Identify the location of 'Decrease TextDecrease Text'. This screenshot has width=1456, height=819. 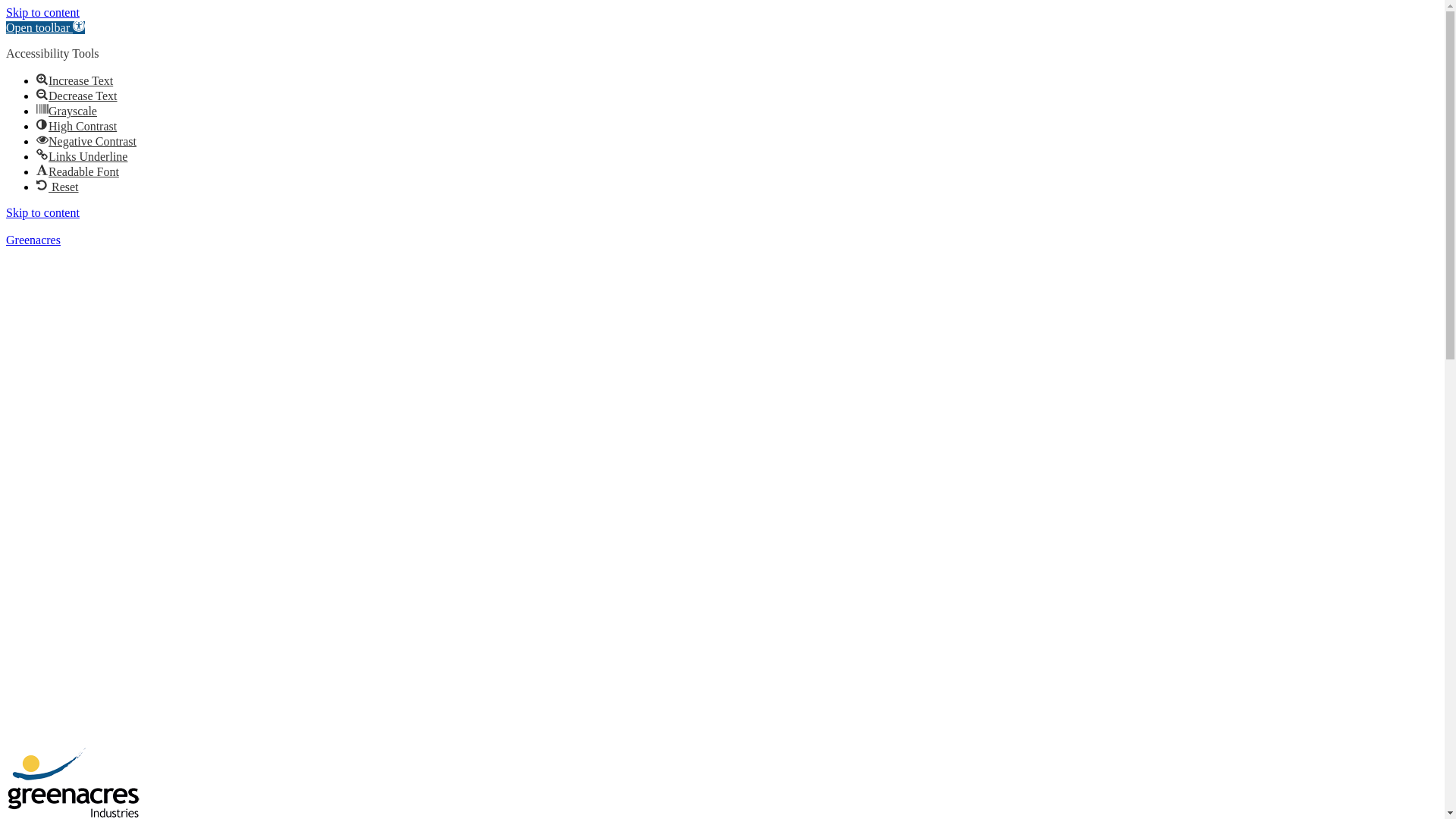
(76, 96).